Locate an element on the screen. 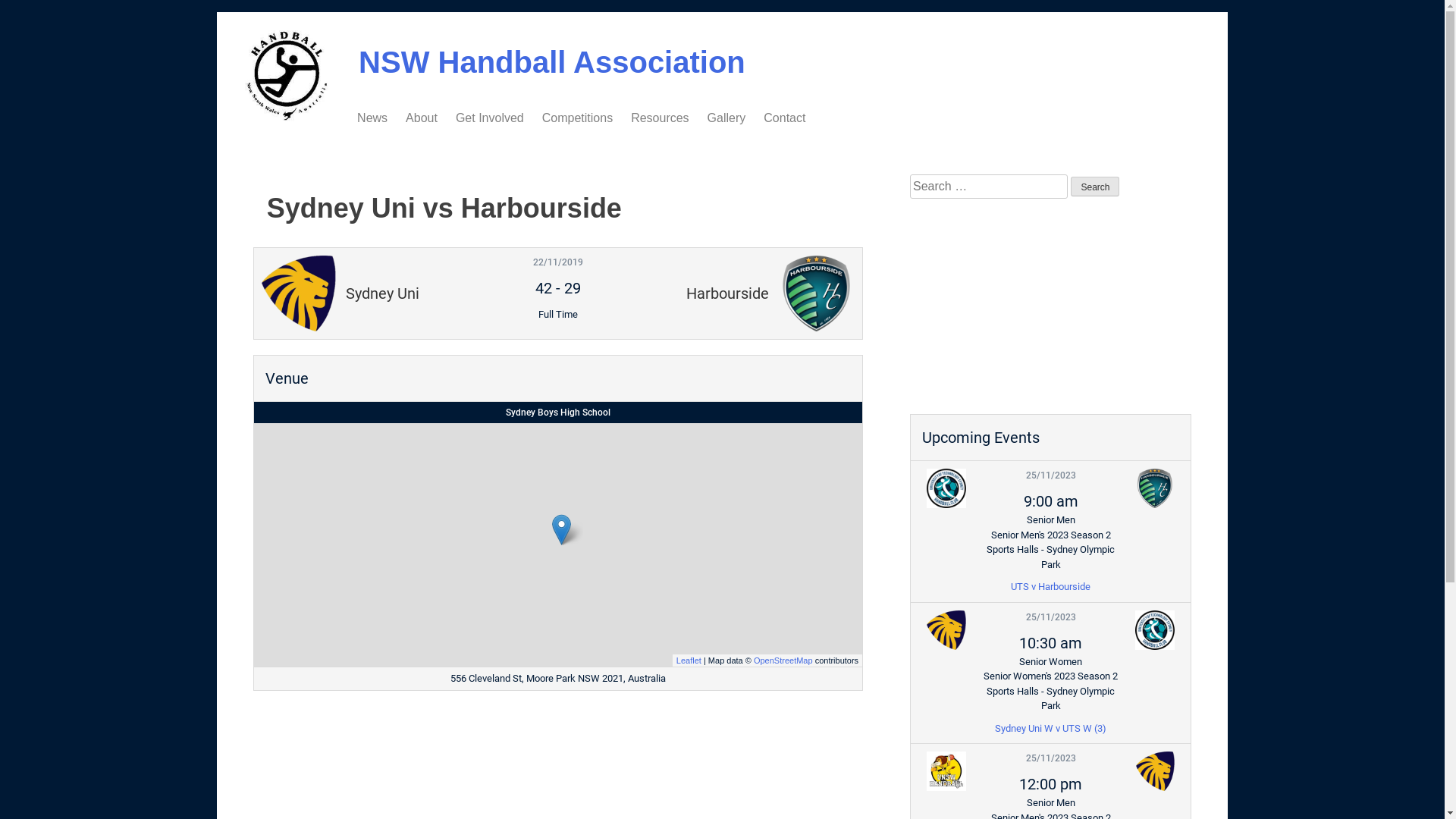  '12:00 pm' is located at coordinates (1050, 783).